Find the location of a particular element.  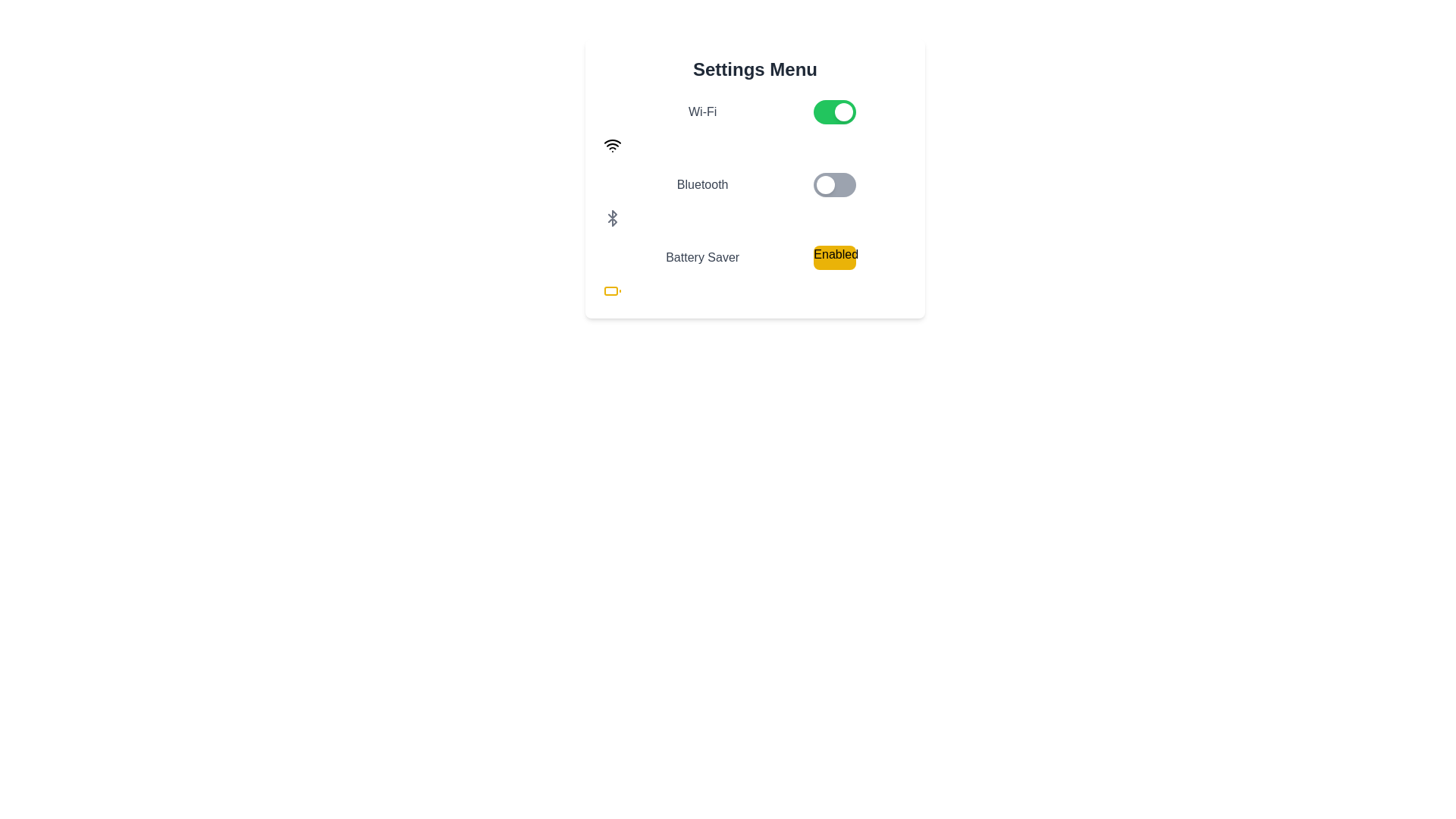

the 'Battery Saver' text label located in the settings menu, which is styled in medium gray and appears below the 'Bluetooth' option with an adjacent 'Enabled' badge is located at coordinates (701, 256).